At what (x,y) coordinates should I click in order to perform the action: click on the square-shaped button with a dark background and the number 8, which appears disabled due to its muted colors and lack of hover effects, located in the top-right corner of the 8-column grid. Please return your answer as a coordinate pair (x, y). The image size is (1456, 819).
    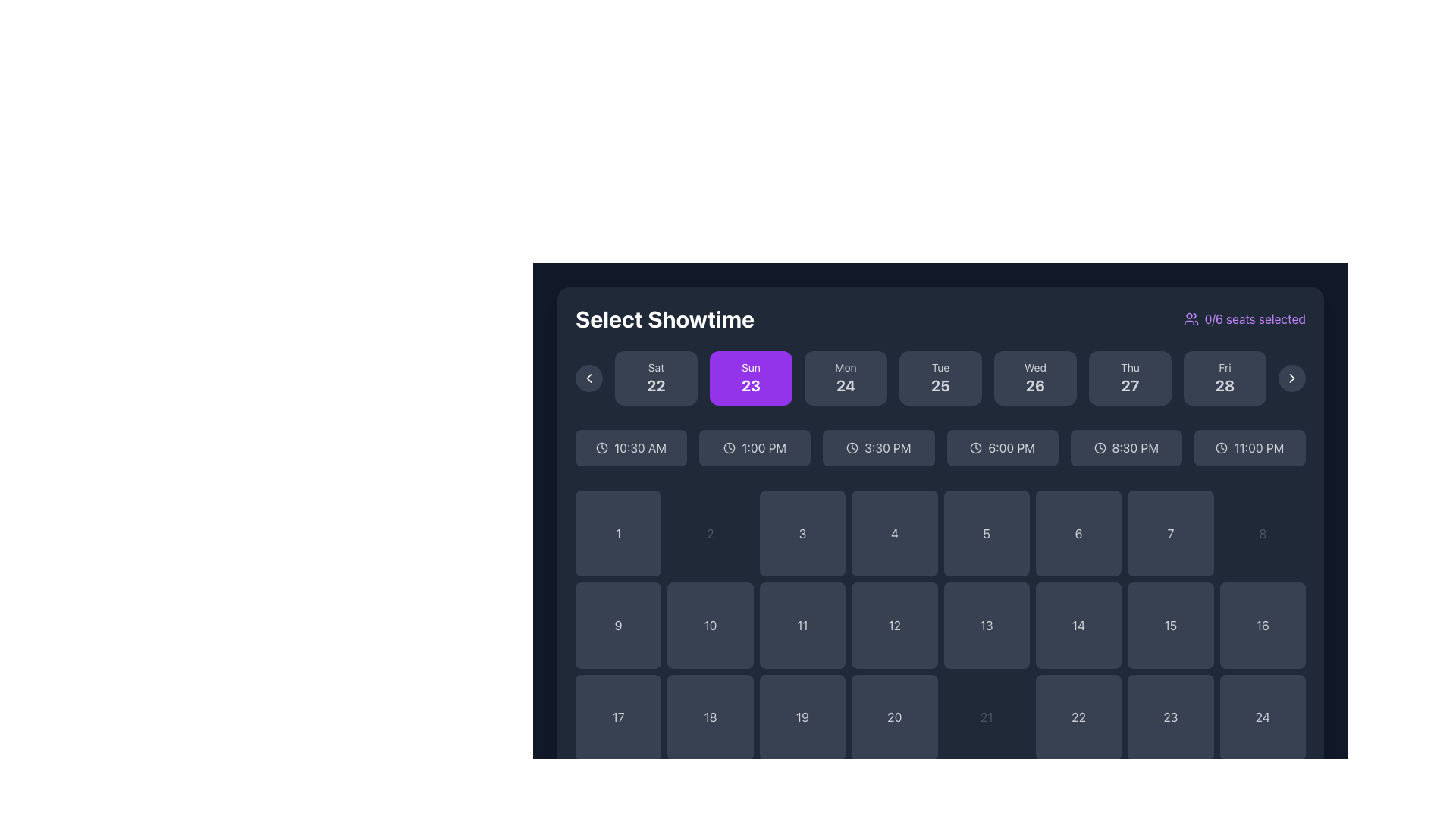
    Looking at the image, I should click on (1263, 532).